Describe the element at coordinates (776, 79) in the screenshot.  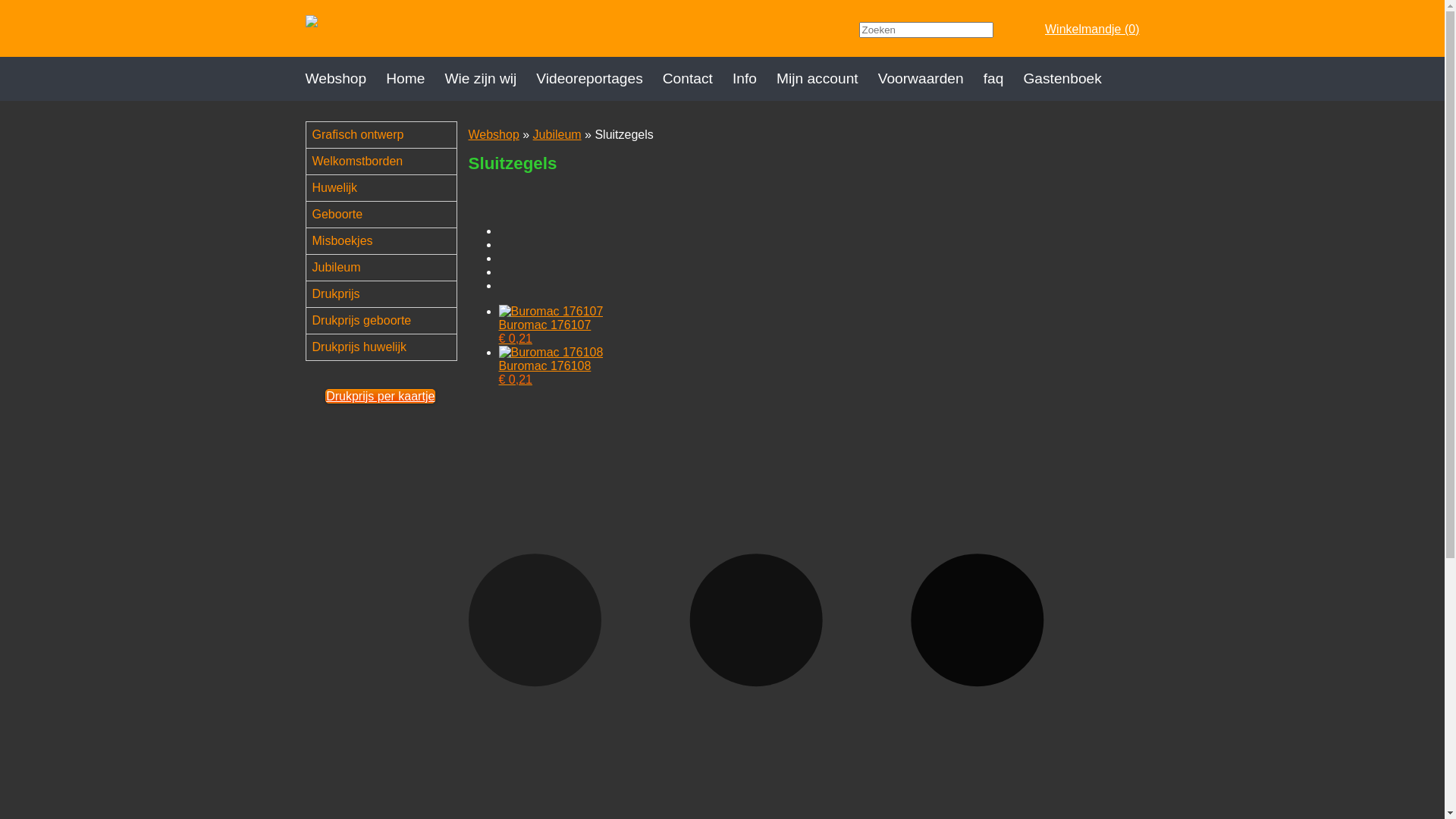
I see `'Mijn account'` at that location.